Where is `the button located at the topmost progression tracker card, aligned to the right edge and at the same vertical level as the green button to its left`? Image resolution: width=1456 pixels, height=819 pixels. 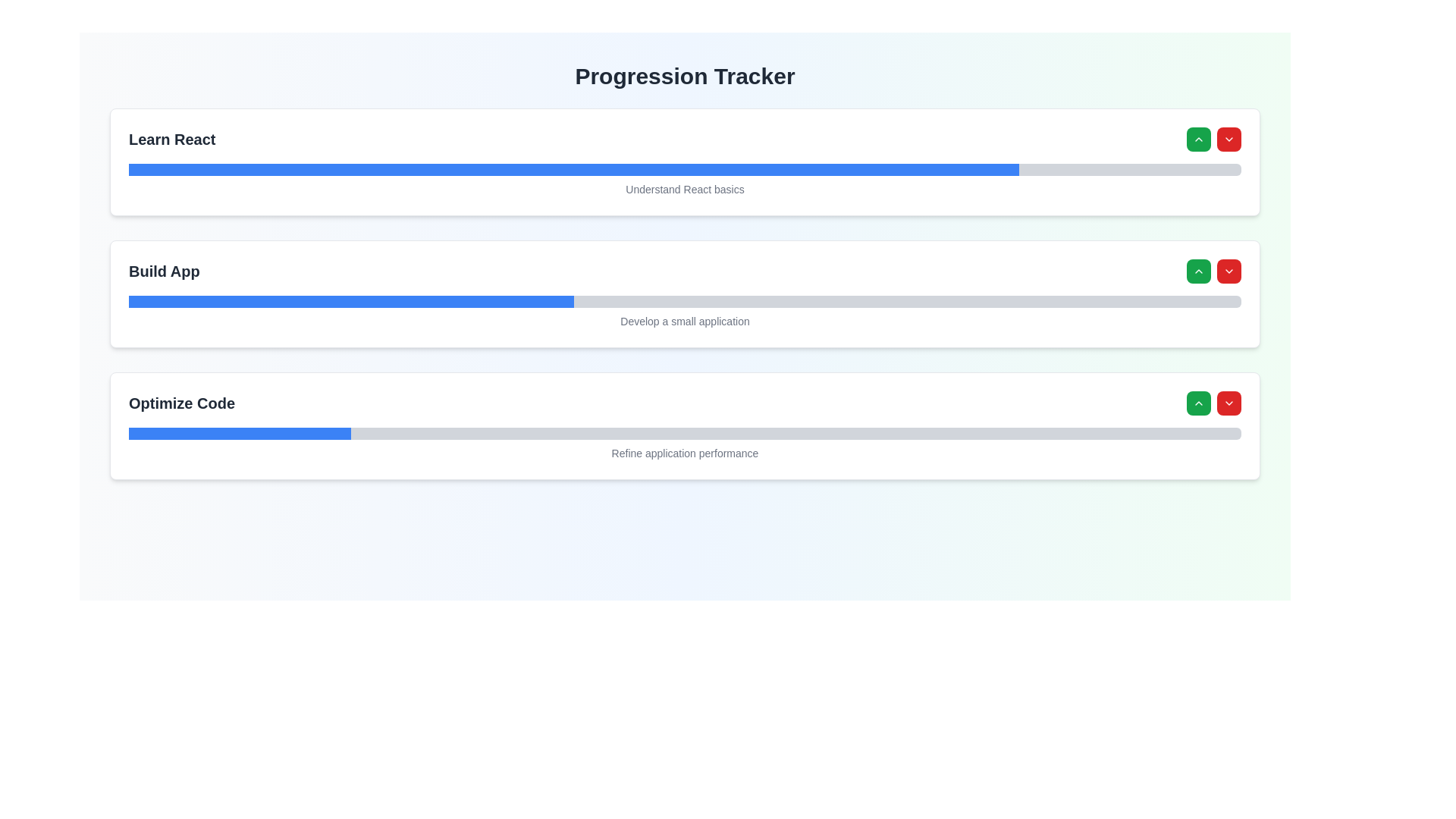
the button located at the topmost progression tracker card, aligned to the right edge and at the same vertical level as the green button to its left is located at coordinates (1229, 140).